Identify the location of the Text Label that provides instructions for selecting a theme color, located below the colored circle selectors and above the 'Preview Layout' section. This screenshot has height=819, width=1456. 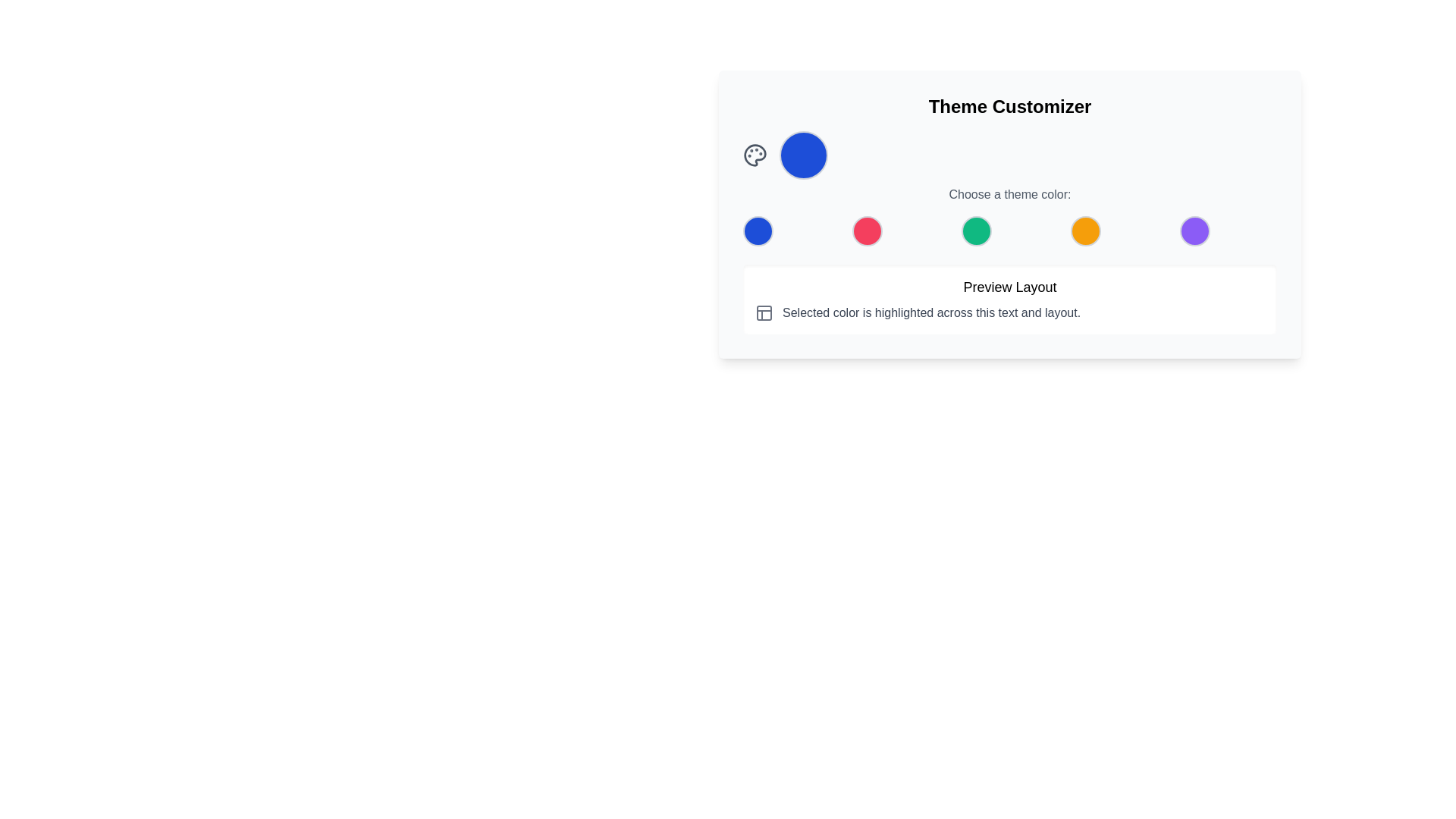
(1009, 194).